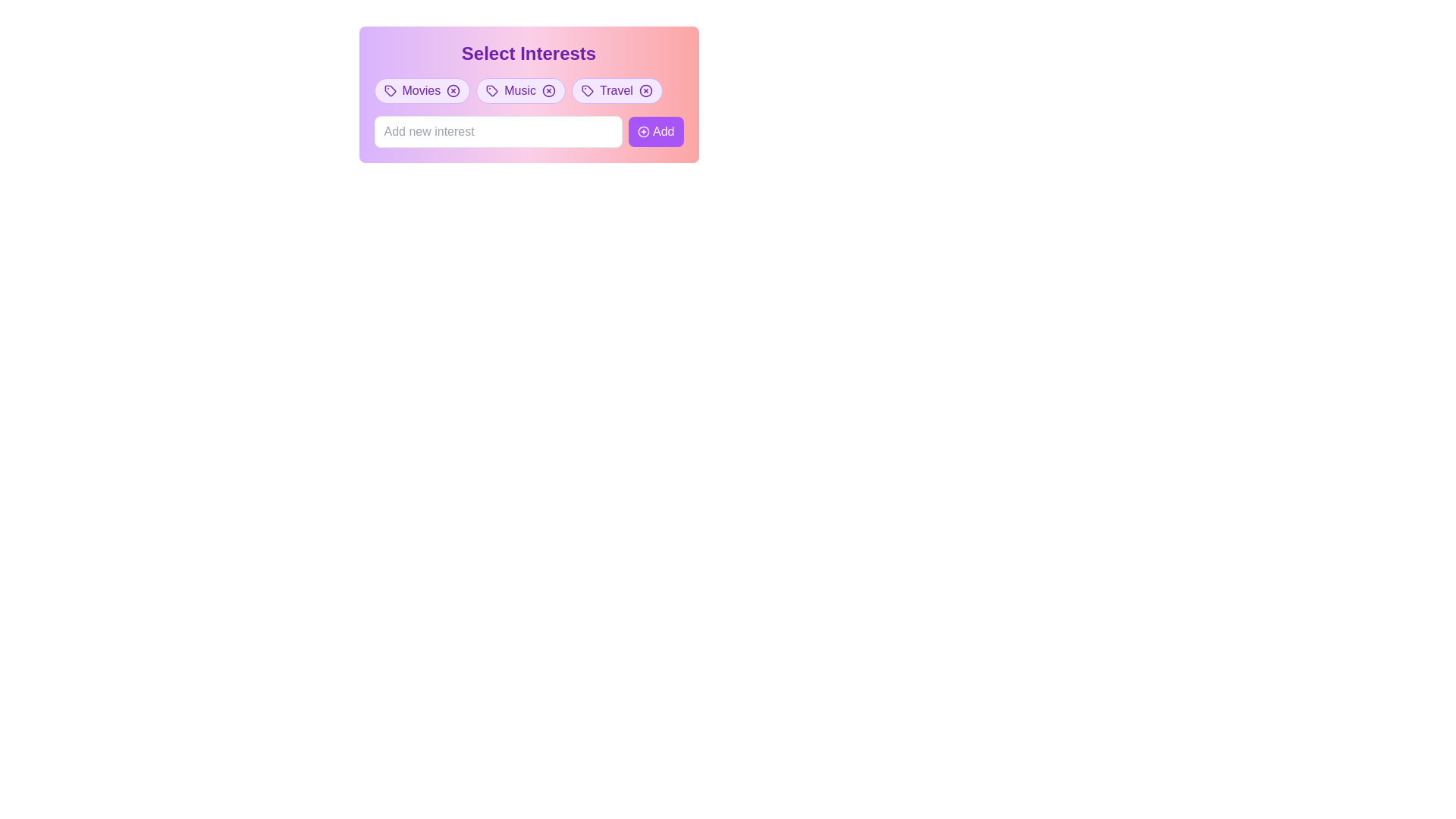  I want to click on the heading text labeled 'Select Interests', which is prominently displayed in bold, large font in vibrant purple color at the top of a gradient card-like section, so click(529, 52).